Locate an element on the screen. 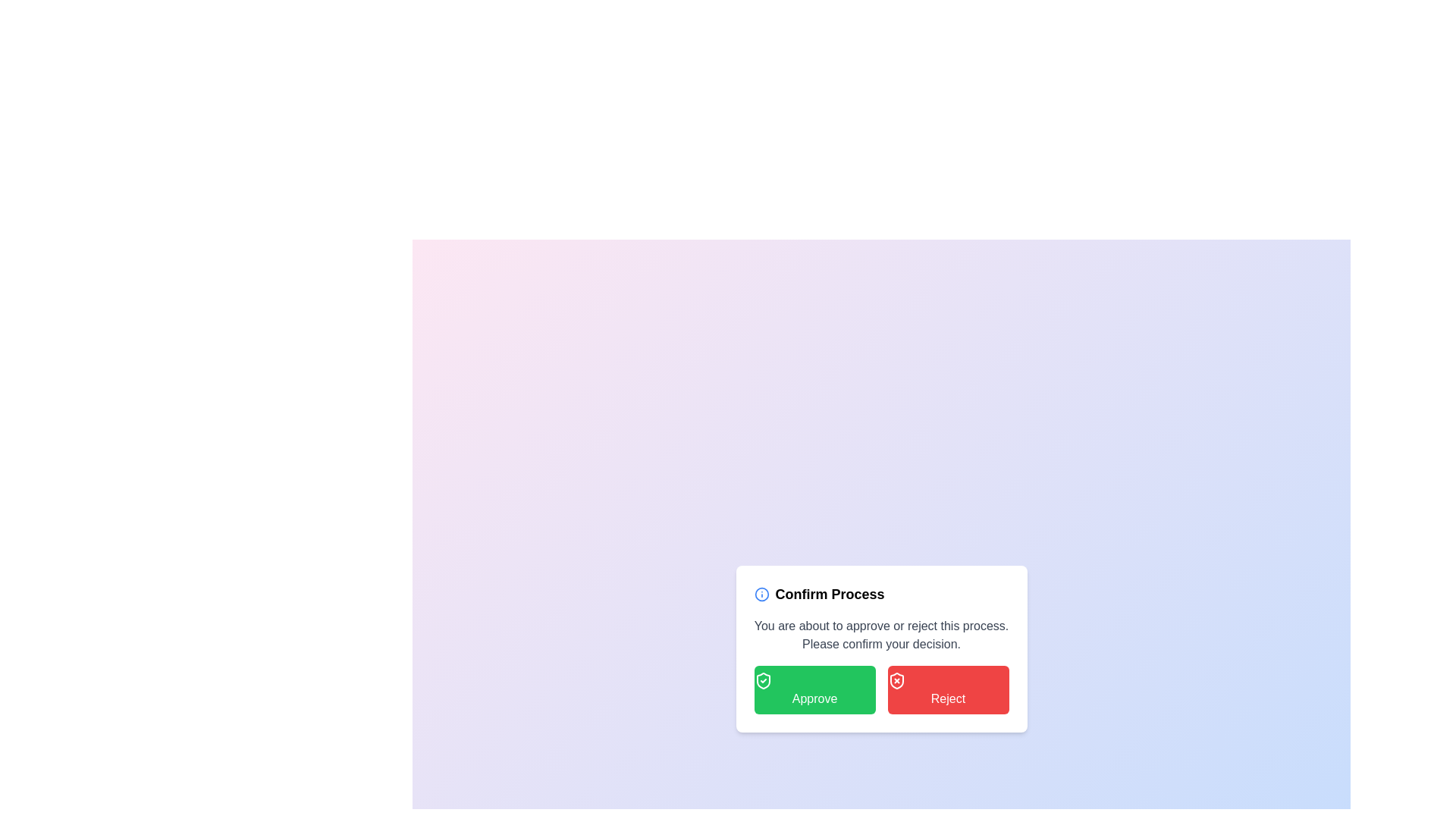  the approval icon located to the left of the 'Approve' label, which is part of the green-themed 'Approve' button is located at coordinates (763, 680).